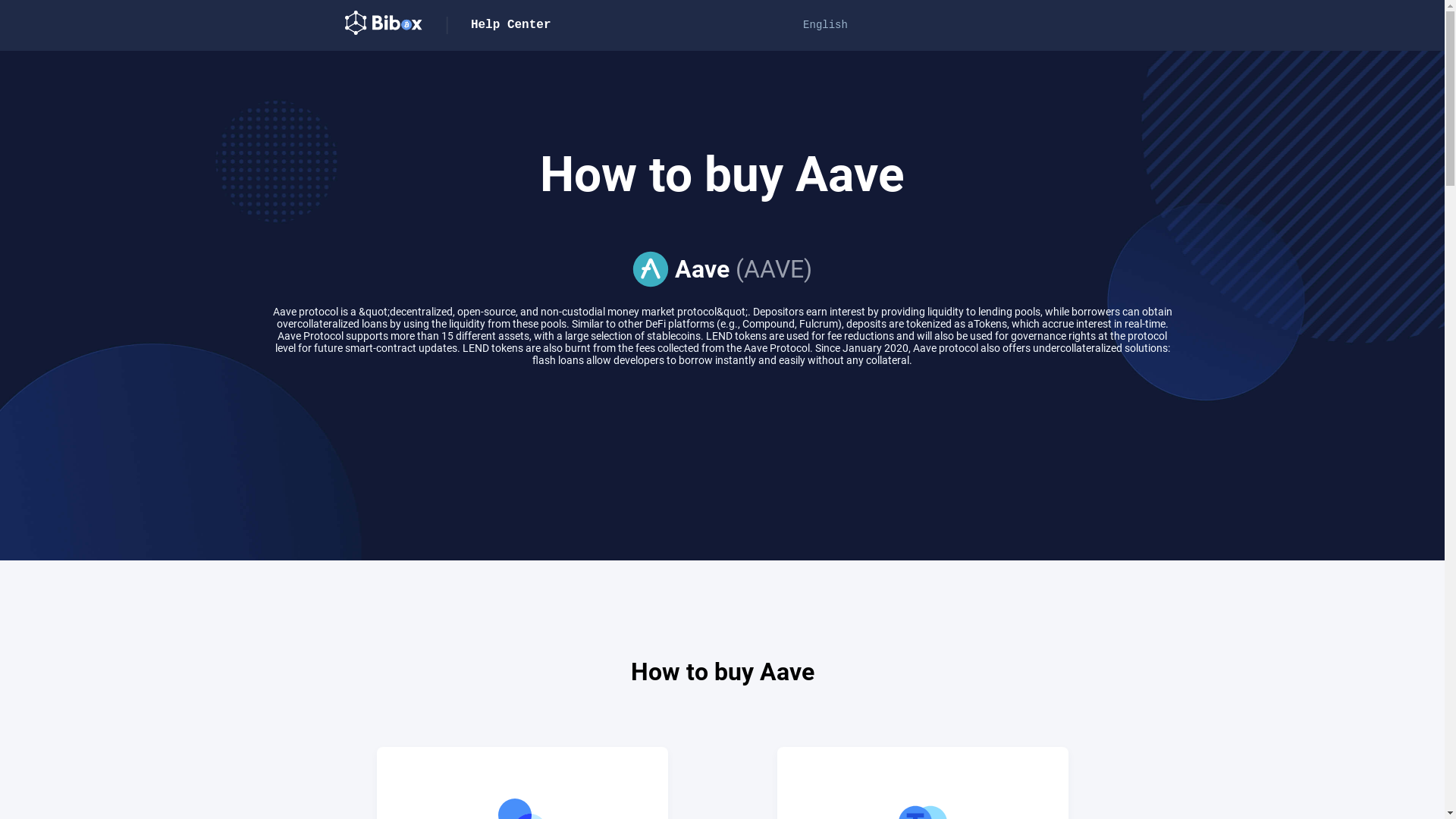 The width and height of the screenshot is (1456, 819). I want to click on 'Help Center', so click(469, 25).